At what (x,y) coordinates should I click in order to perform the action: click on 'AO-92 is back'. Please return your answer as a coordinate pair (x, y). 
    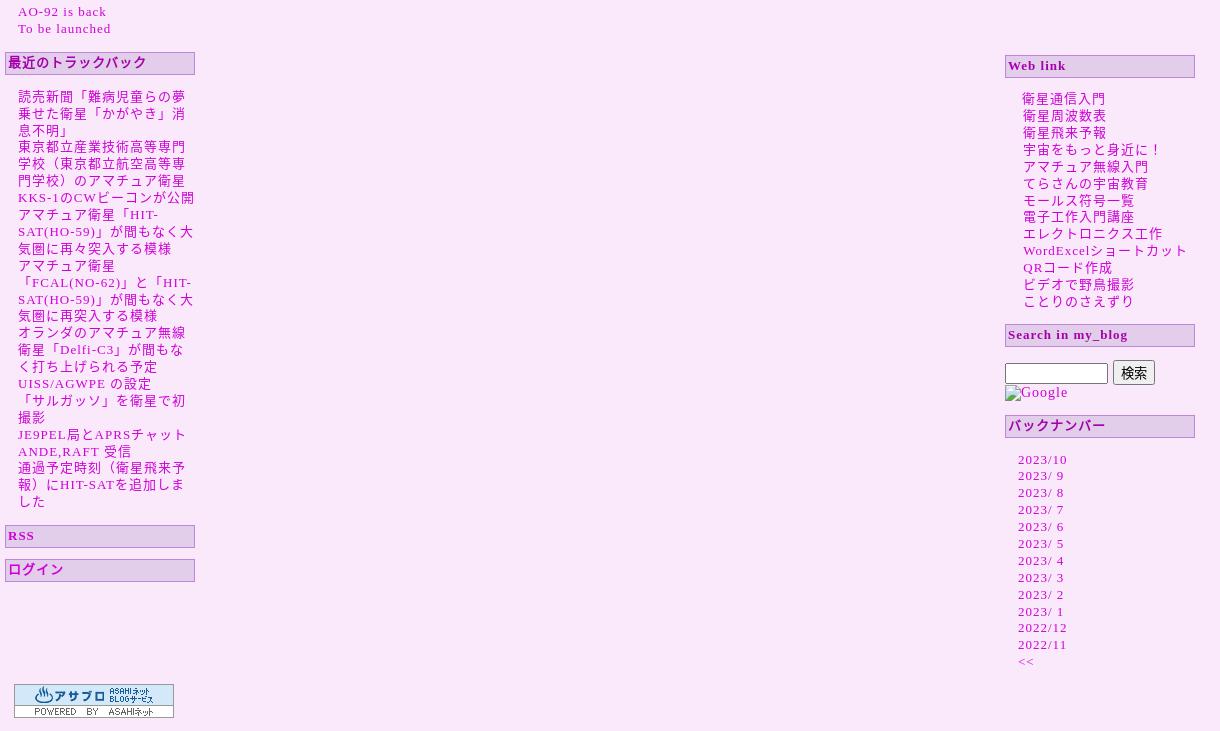
    Looking at the image, I should click on (60, 10).